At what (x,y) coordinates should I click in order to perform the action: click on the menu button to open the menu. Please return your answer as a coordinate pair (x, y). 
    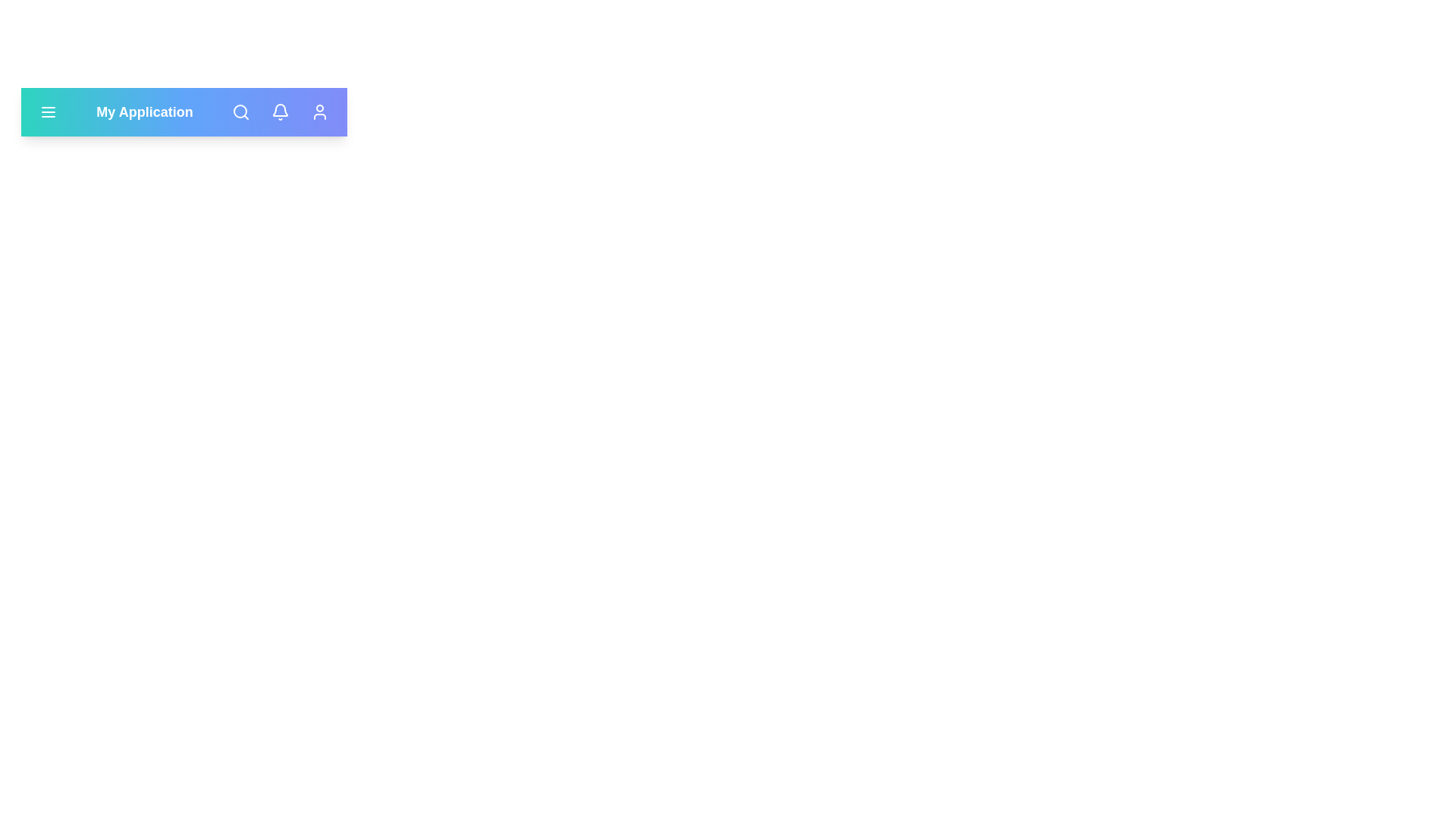
    Looking at the image, I should click on (48, 111).